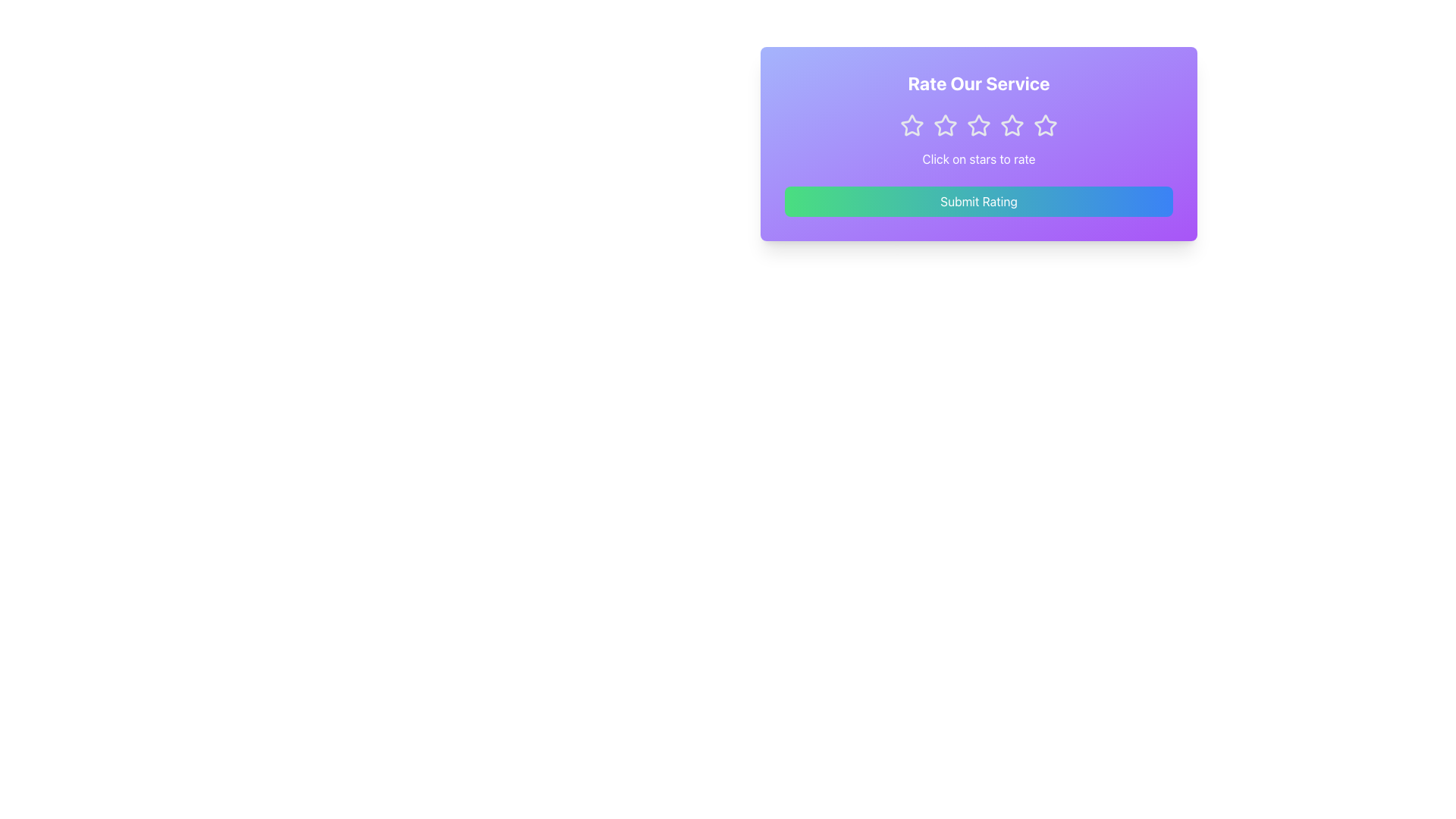 This screenshot has height=819, width=1456. What do you see at coordinates (1012, 124) in the screenshot?
I see `the fourth rating star icon` at bounding box center [1012, 124].